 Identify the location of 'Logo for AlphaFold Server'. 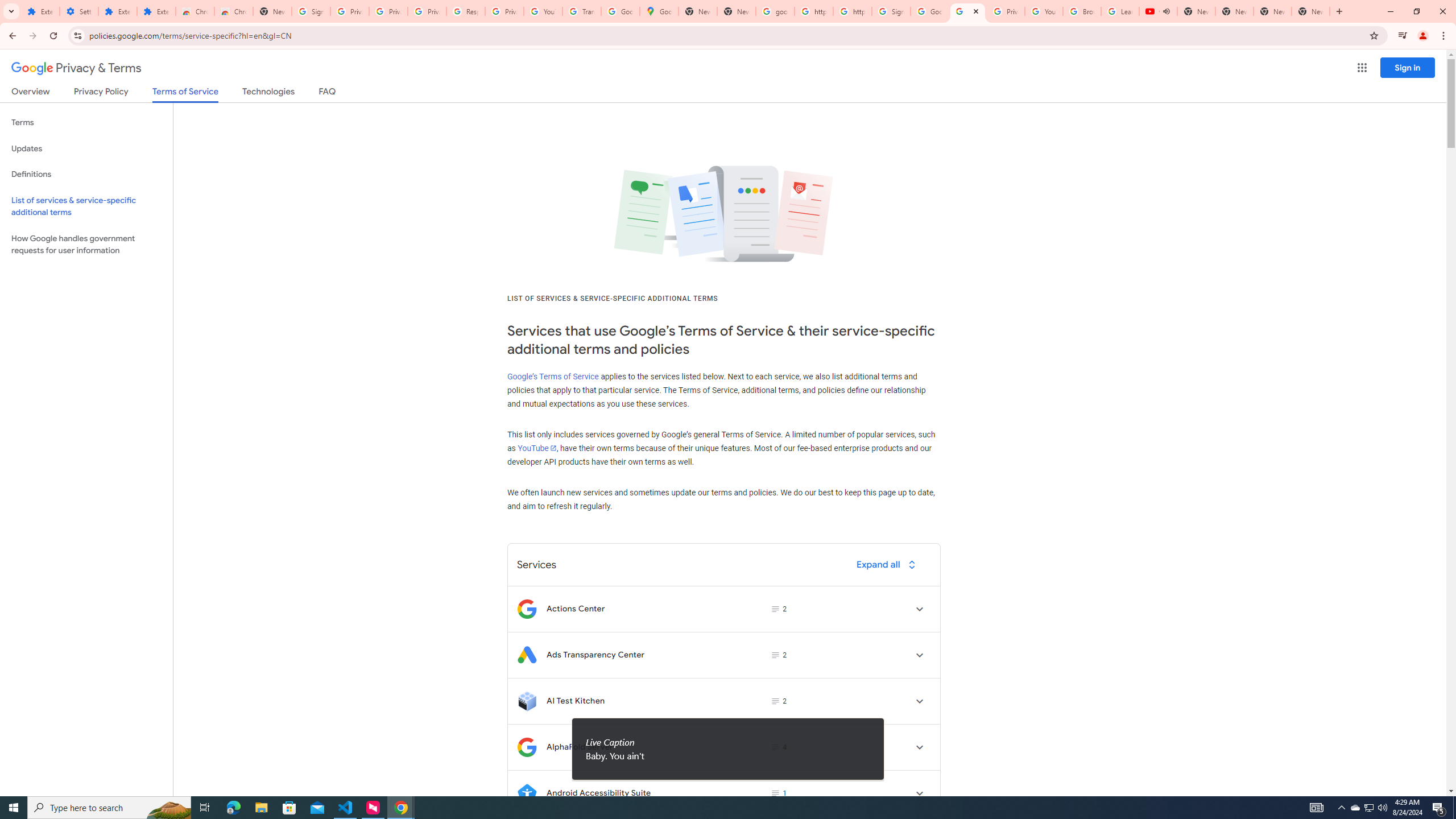
(526, 747).